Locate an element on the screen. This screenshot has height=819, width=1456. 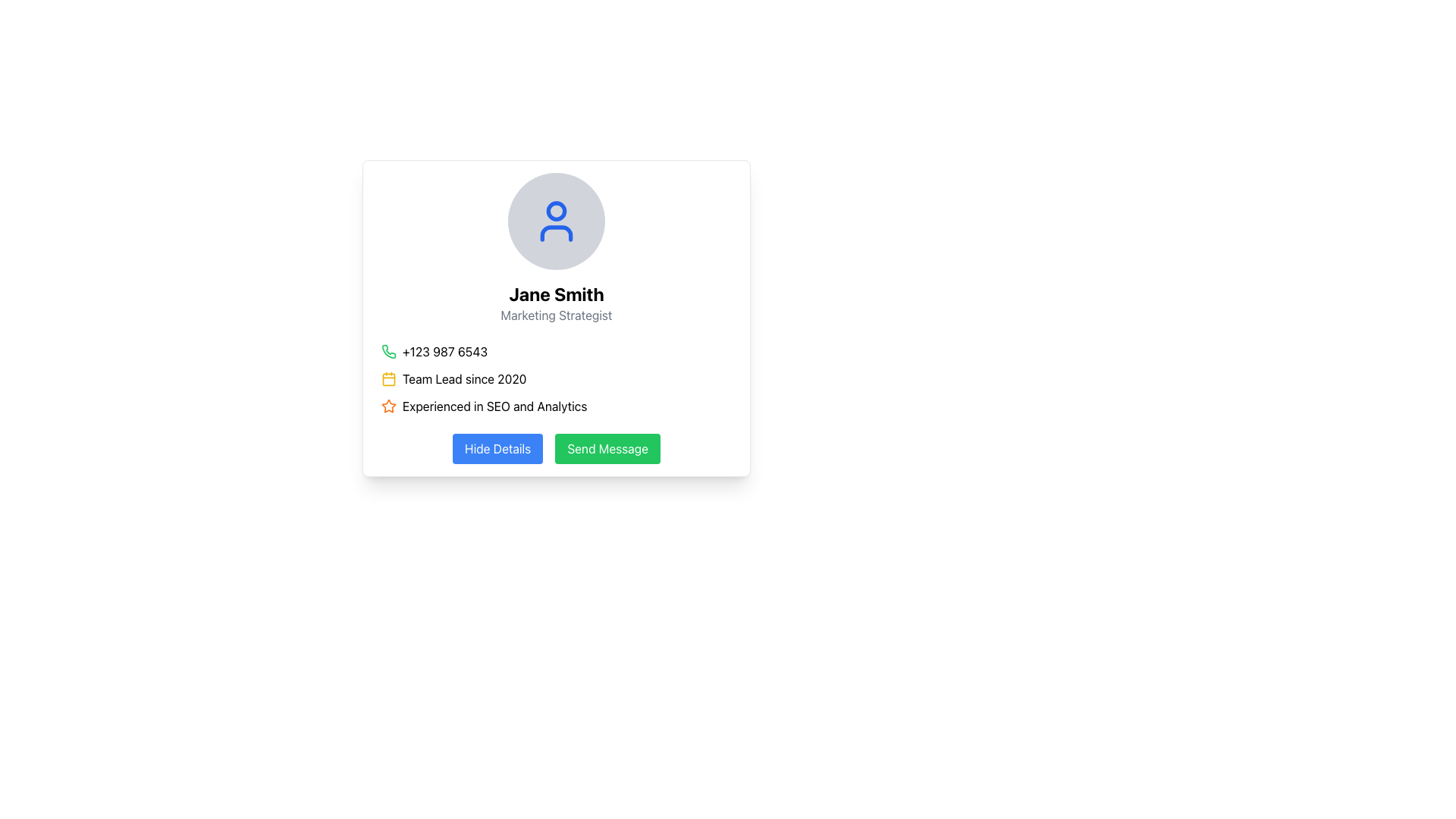
curved line forming the bottom part of the user profile silhouette icon, which is styled in blue and located centrally at the top of the user profile card for debugging is located at coordinates (556, 234).